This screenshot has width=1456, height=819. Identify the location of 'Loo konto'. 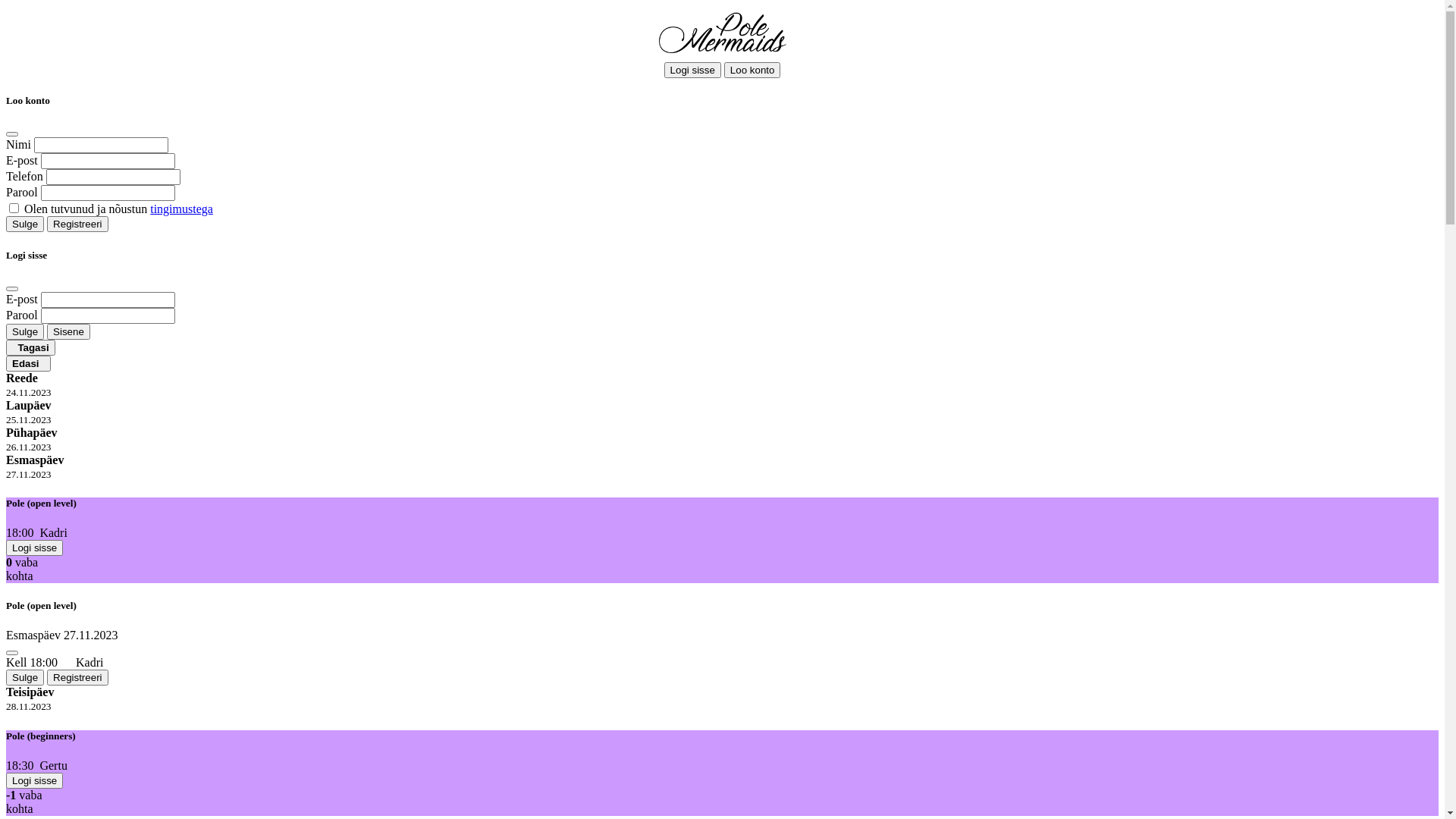
(752, 70).